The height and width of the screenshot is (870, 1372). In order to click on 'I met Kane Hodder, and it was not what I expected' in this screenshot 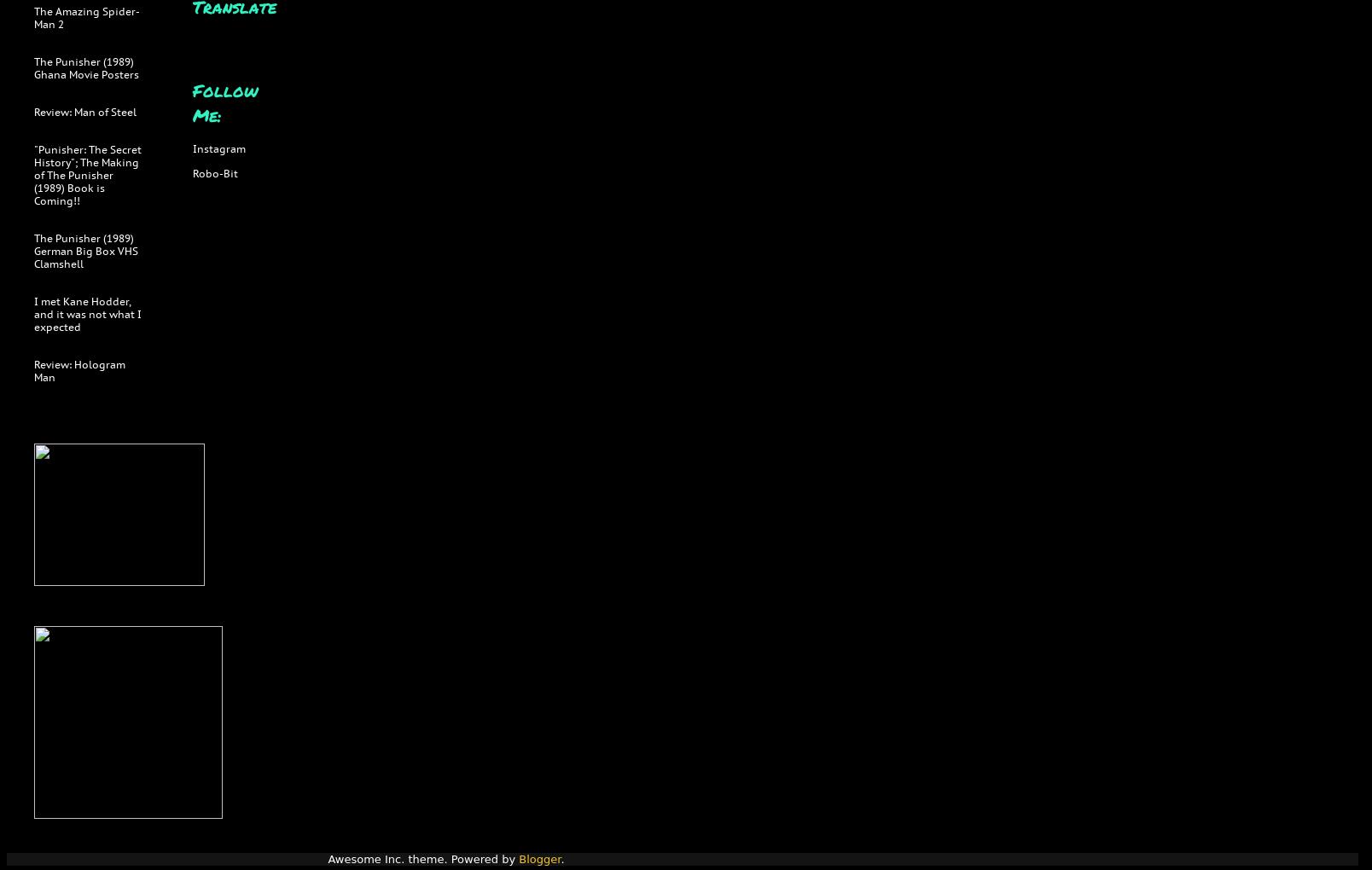, I will do `click(88, 313)`.